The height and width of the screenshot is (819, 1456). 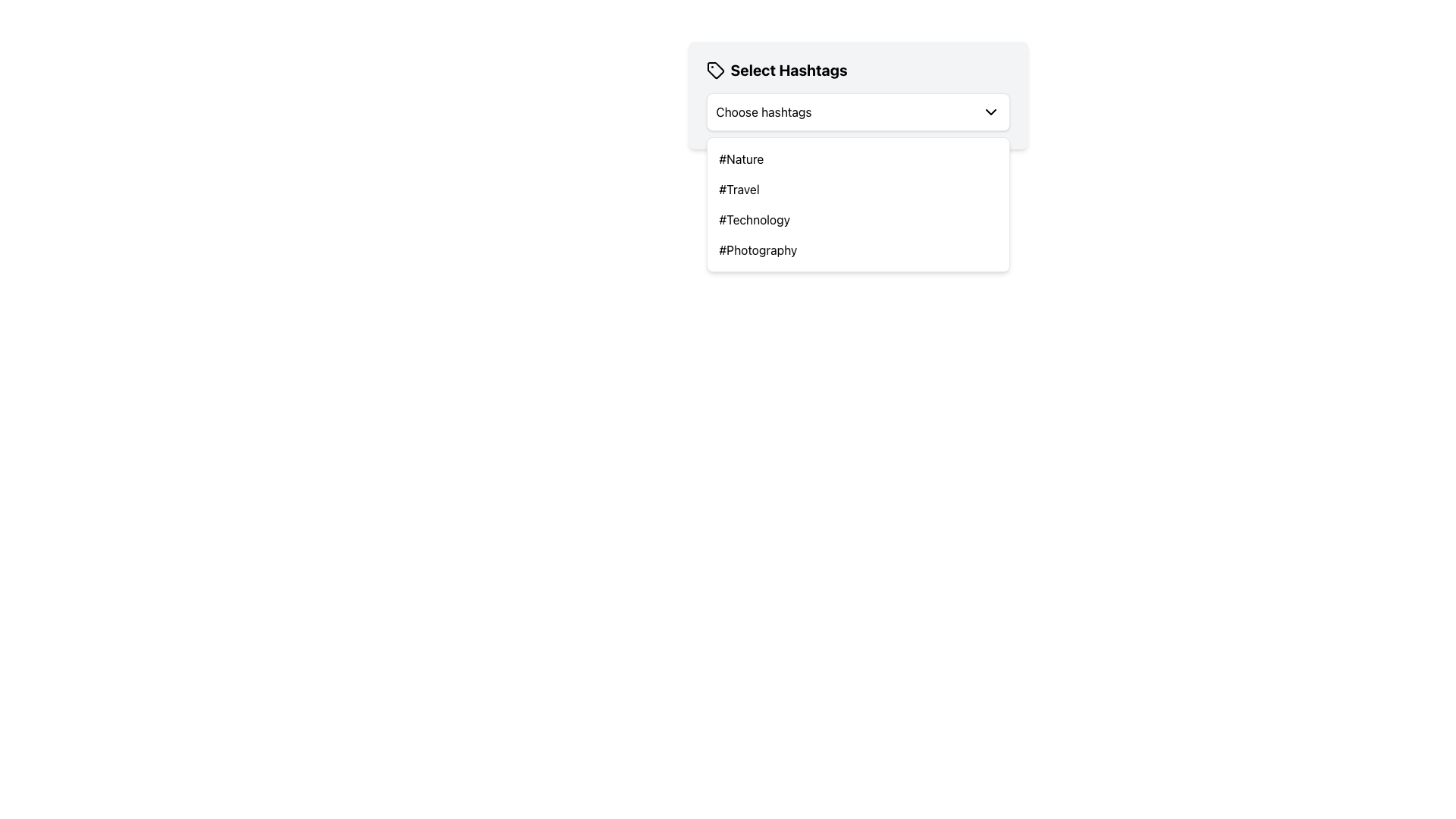 I want to click on to select the hashtag '#Nature' from the dropdown menu labeled 'Select Hashtags', which is the first item in the menu, so click(x=741, y=158).